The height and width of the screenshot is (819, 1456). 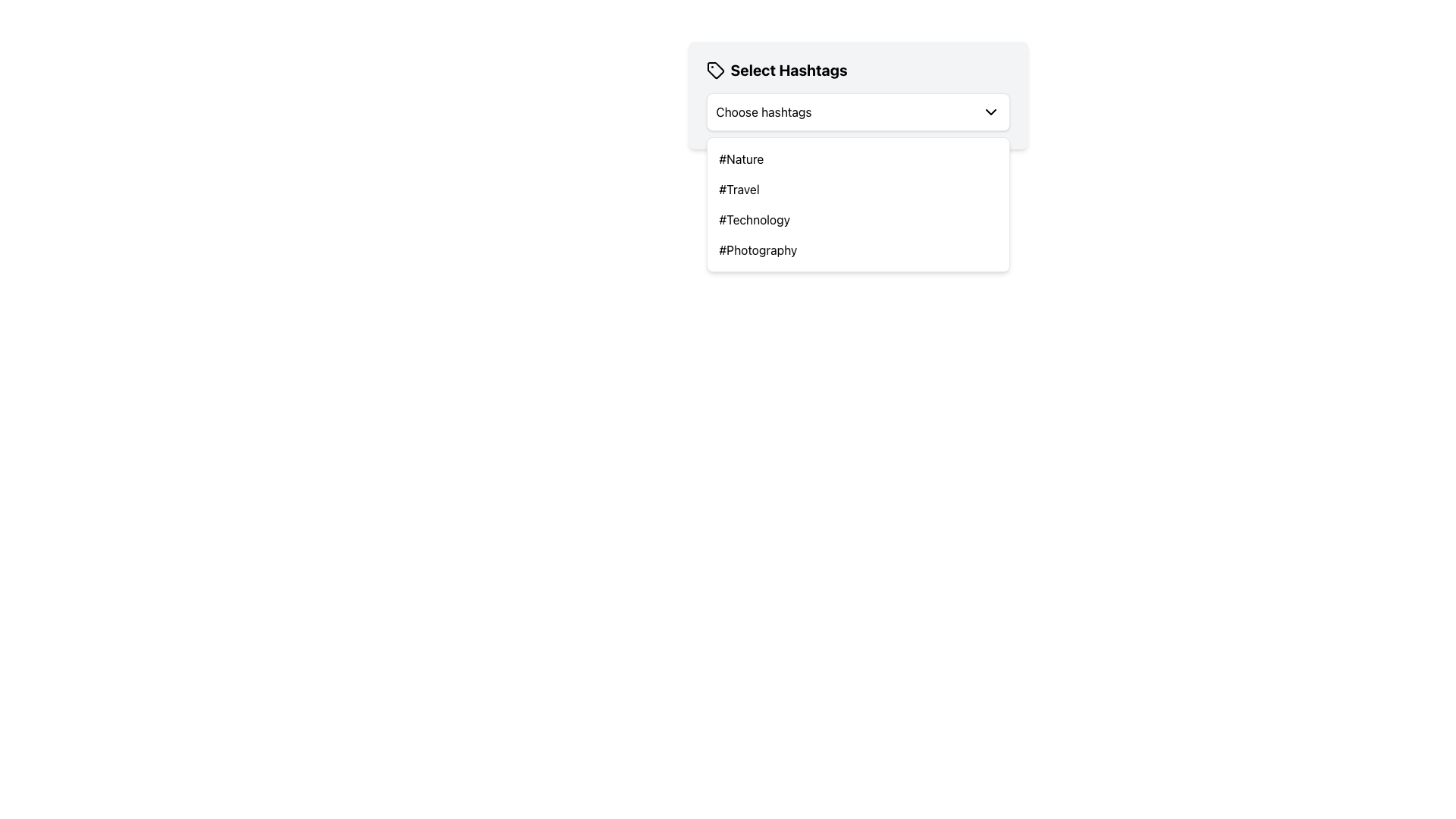 I want to click on to select the hashtag '#Nature' from the dropdown menu labeled 'Select Hashtags', which is the first item in the menu, so click(x=741, y=158).